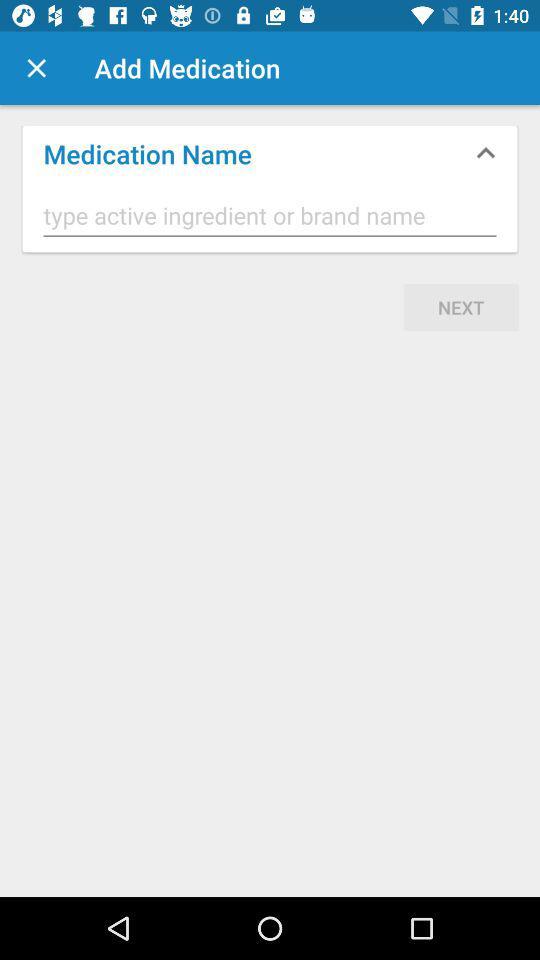 The height and width of the screenshot is (960, 540). I want to click on window, so click(36, 68).